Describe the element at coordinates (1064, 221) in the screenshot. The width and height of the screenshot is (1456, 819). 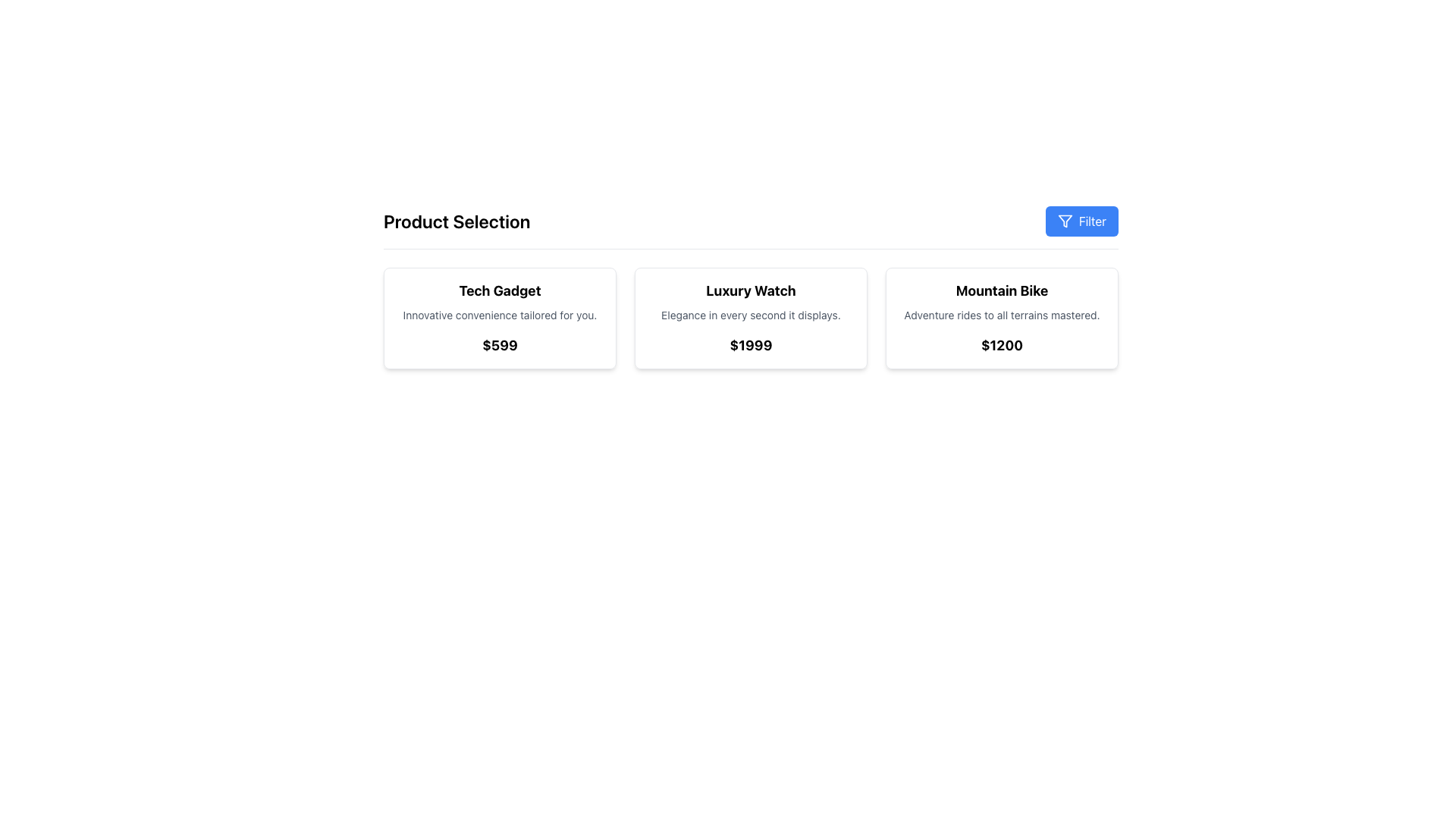
I see `the blue rectangular button containing the filled funnel-shaped icon located to the left of the label 'Filter' in the upper-right corner of the interface` at that location.